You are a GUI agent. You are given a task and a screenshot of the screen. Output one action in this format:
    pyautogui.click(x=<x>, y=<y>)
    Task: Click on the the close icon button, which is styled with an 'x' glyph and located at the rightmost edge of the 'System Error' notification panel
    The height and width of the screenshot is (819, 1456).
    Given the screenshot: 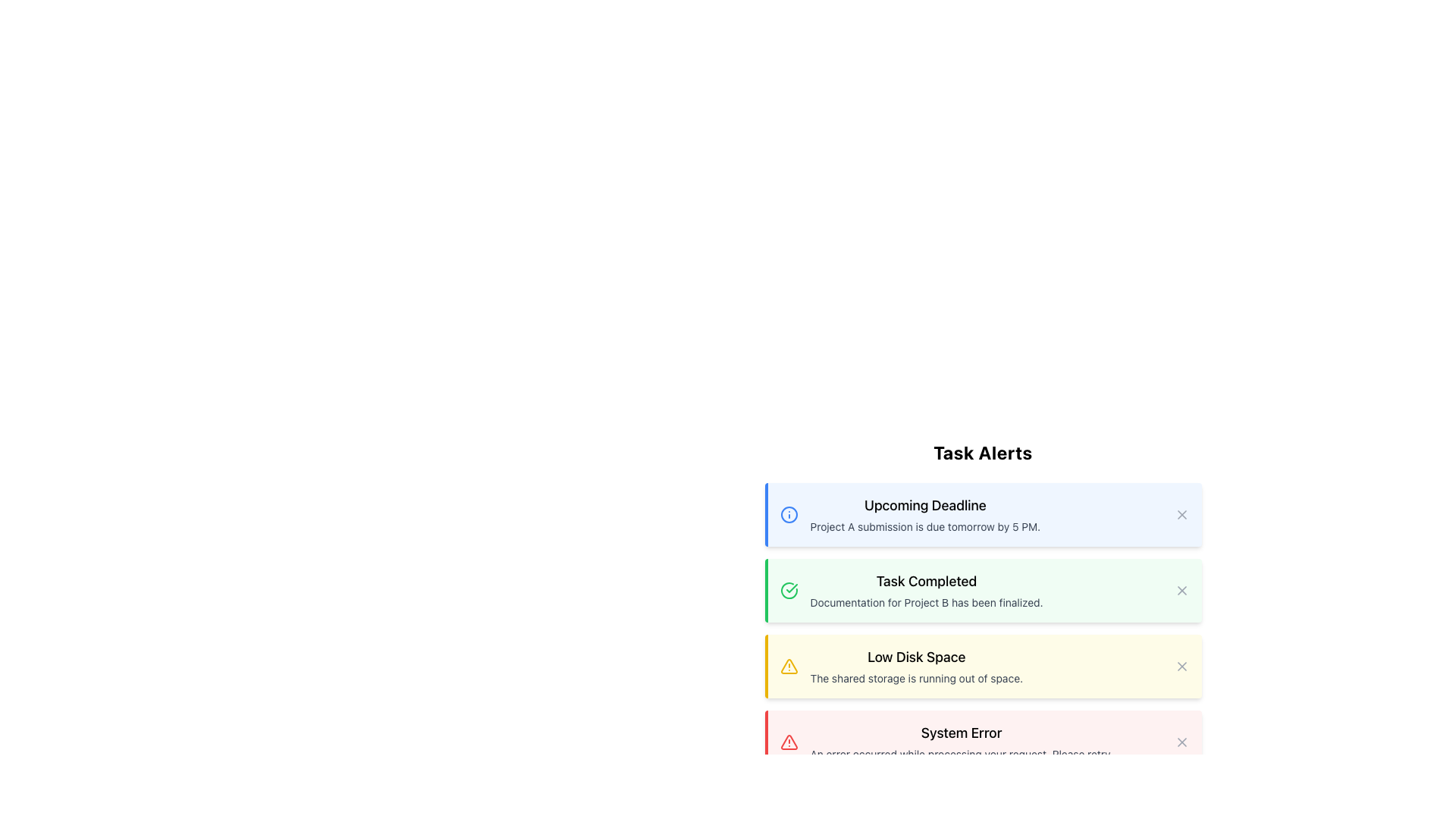 What is the action you would take?
    pyautogui.click(x=1181, y=742)
    